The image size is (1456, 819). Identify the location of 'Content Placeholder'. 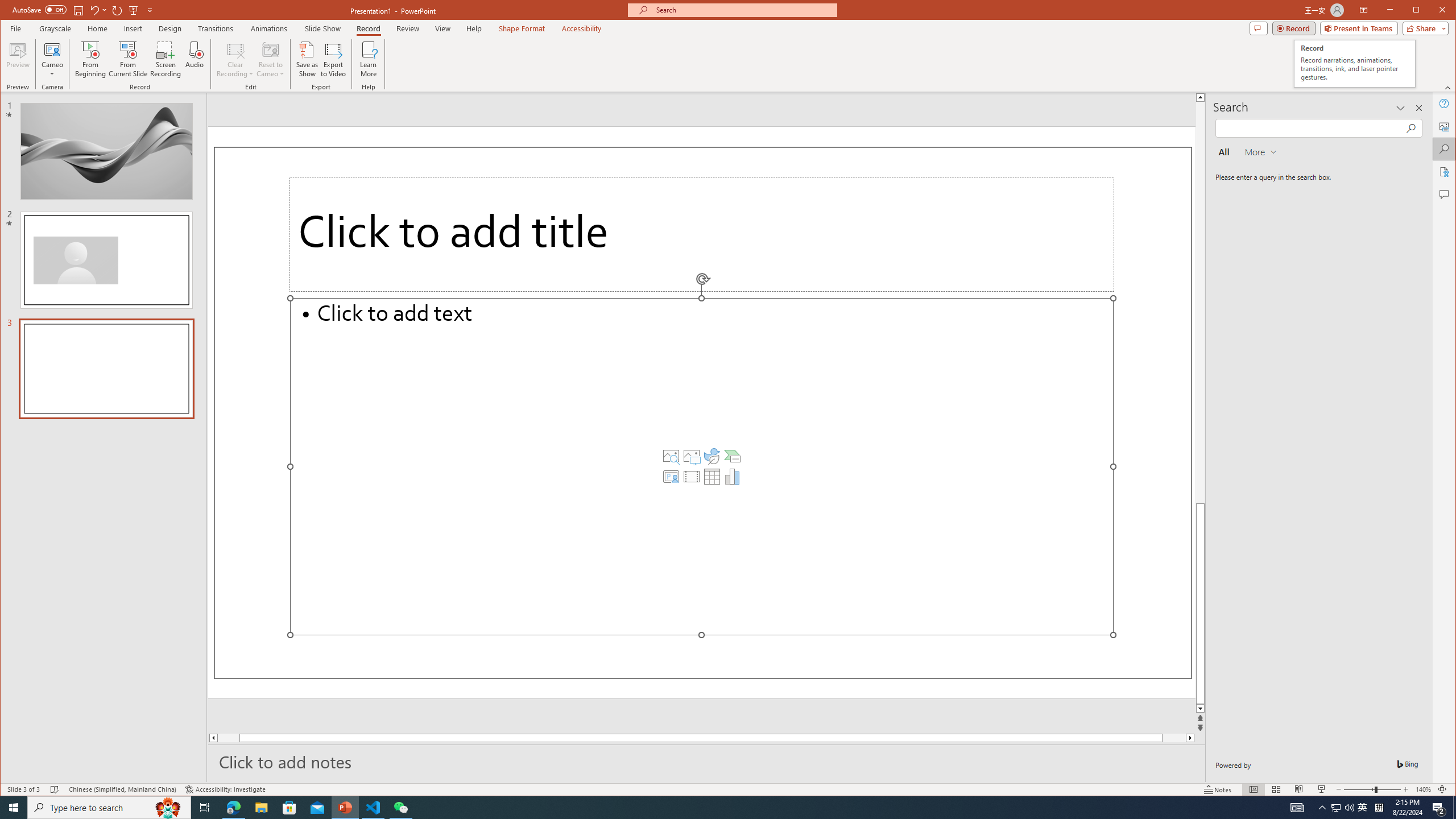
(701, 466).